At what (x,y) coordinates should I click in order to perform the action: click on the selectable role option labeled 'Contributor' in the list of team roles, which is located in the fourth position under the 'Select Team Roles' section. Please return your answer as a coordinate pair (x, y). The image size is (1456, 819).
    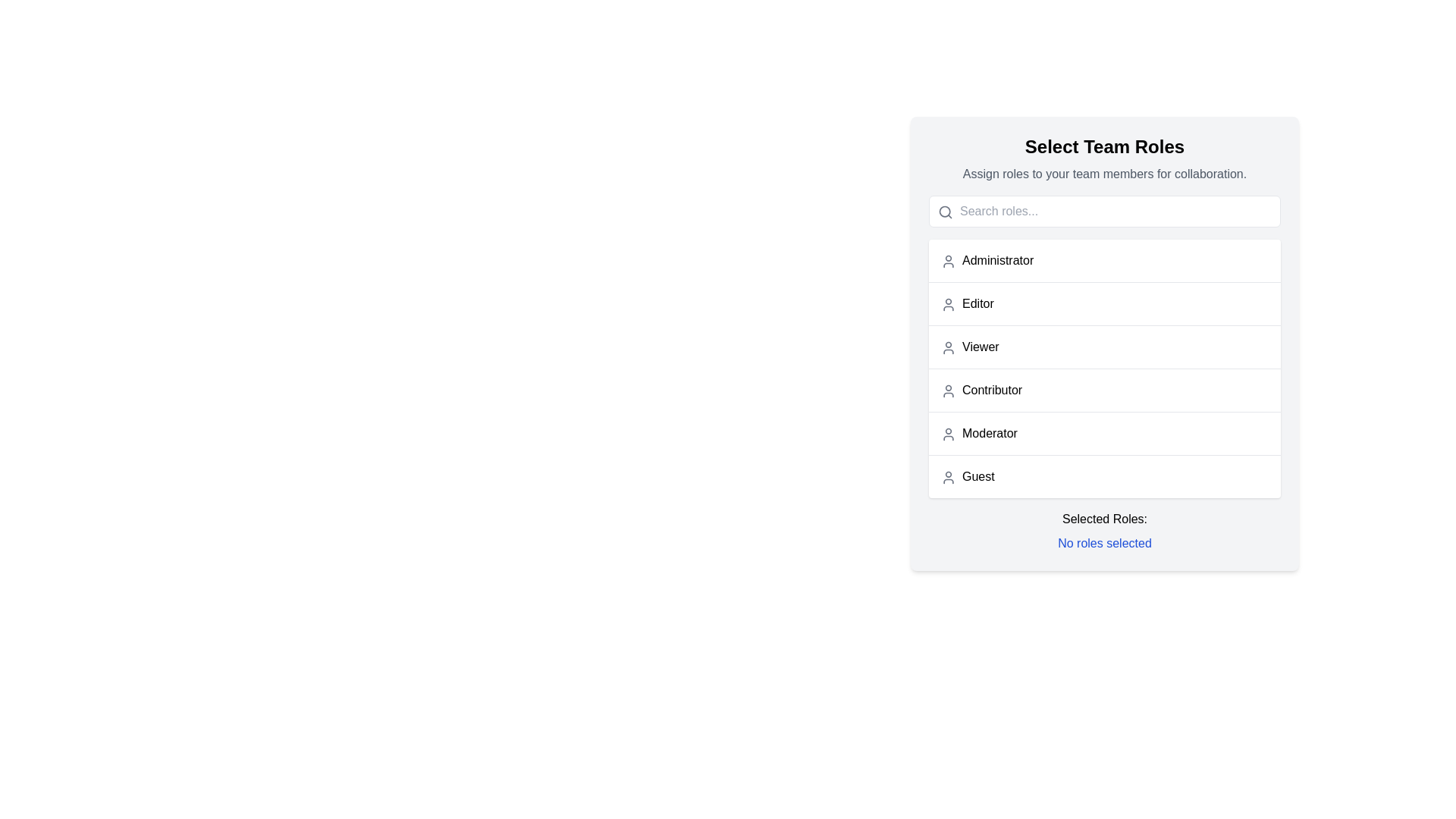
    Looking at the image, I should click on (981, 390).